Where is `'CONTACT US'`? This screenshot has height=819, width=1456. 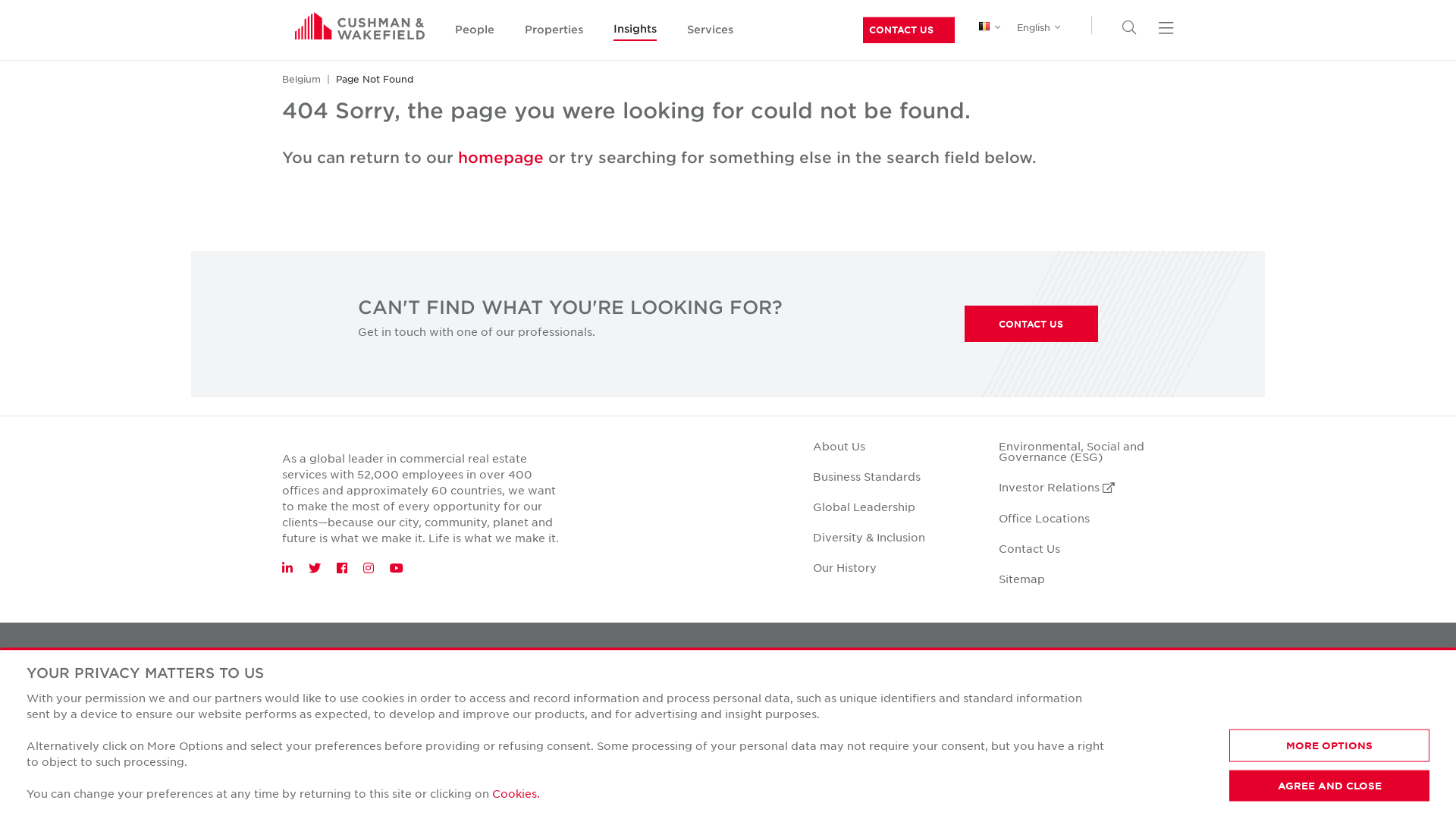 'CONTACT US' is located at coordinates (1031, 323).